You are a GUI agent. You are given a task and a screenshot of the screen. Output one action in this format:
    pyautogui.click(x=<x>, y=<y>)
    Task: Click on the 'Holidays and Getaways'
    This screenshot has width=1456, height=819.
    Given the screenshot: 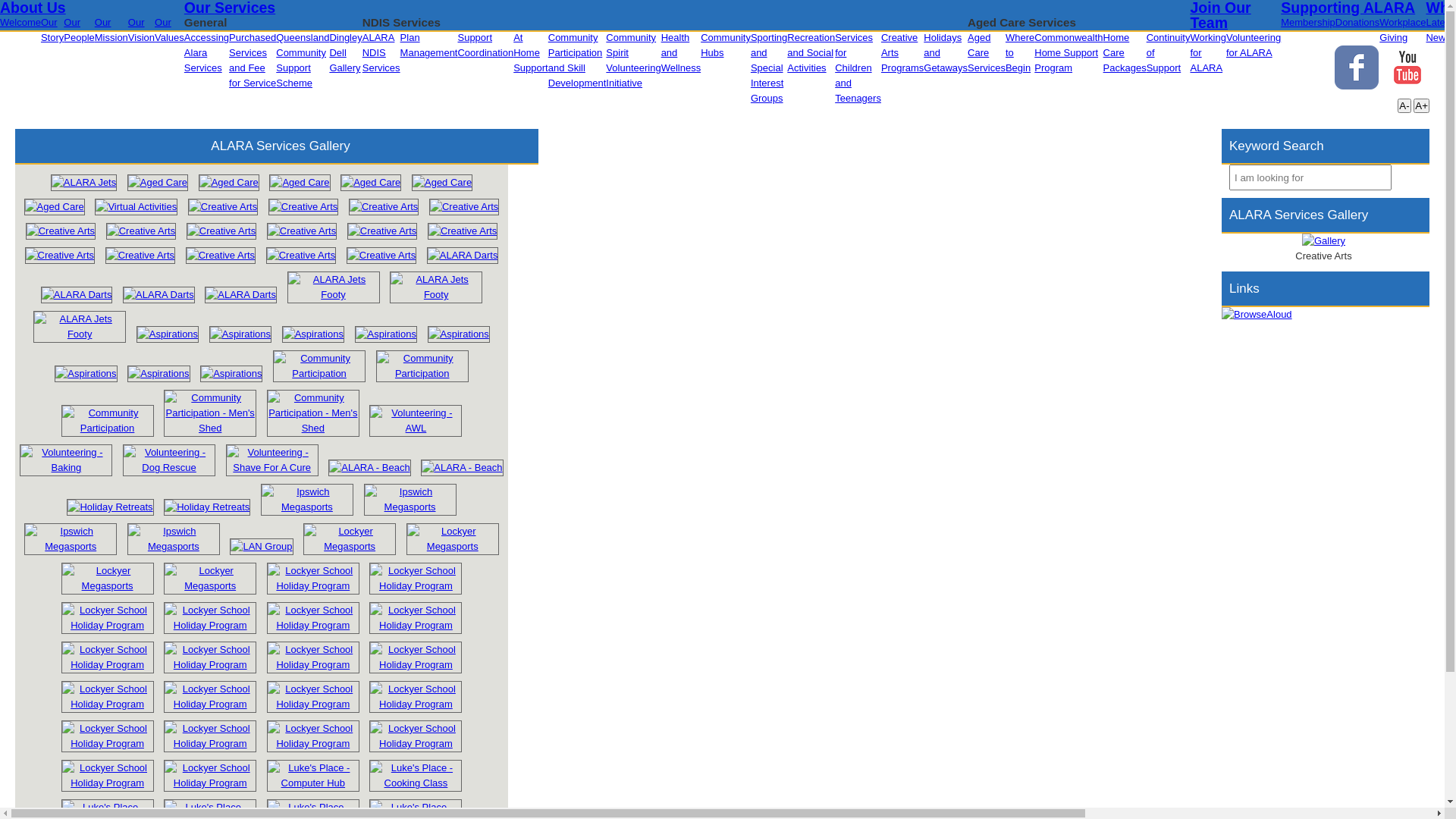 What is the action you would take?
    pyautogui.click(x=945, y=52)
    